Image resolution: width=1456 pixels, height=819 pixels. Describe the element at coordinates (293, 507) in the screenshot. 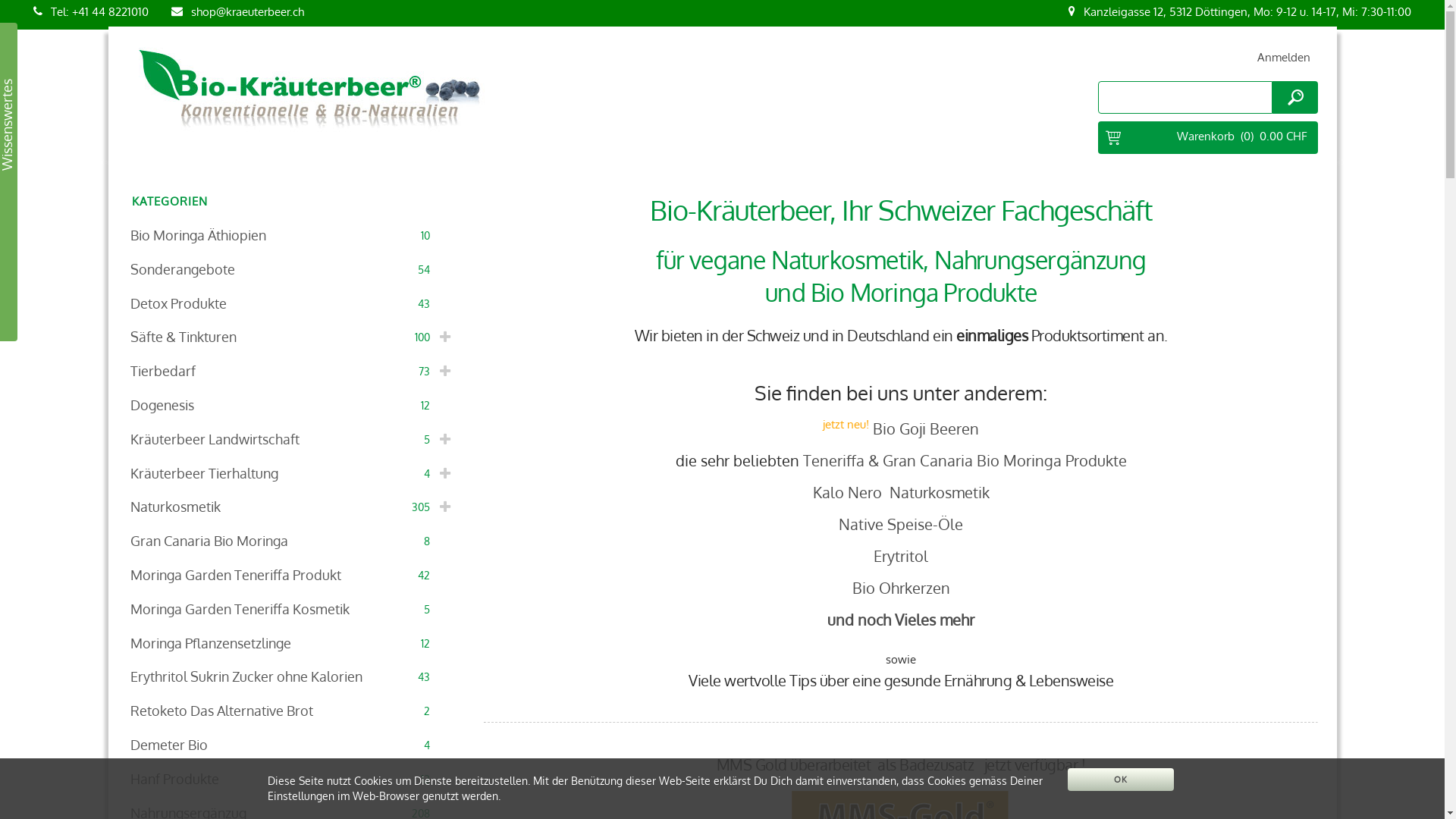

I see `'Naturkosmetik` at that location.